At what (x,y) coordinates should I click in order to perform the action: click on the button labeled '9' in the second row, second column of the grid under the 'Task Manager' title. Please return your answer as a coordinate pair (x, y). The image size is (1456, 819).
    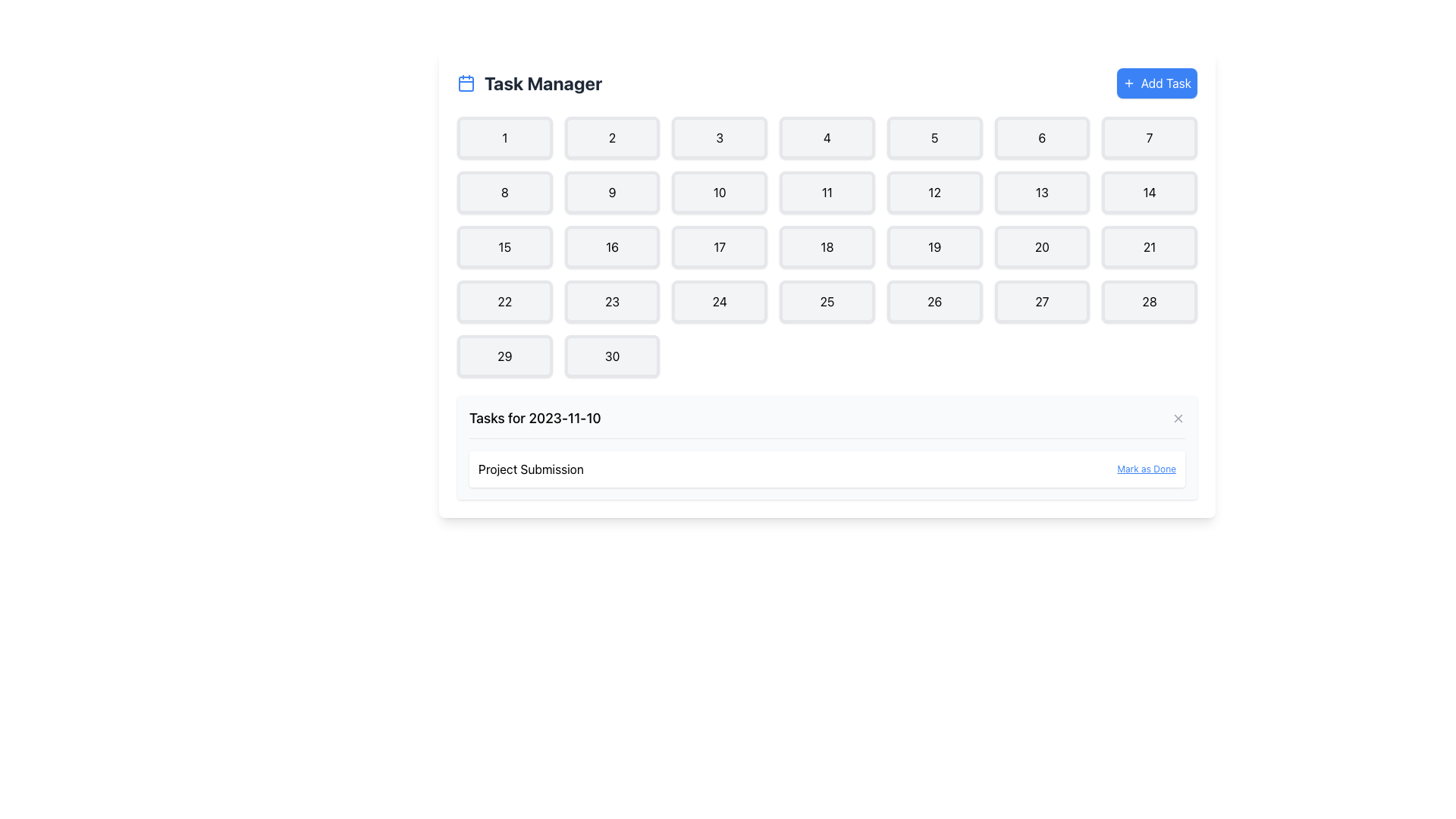
    Looking at the image, I should click on (612, 192).